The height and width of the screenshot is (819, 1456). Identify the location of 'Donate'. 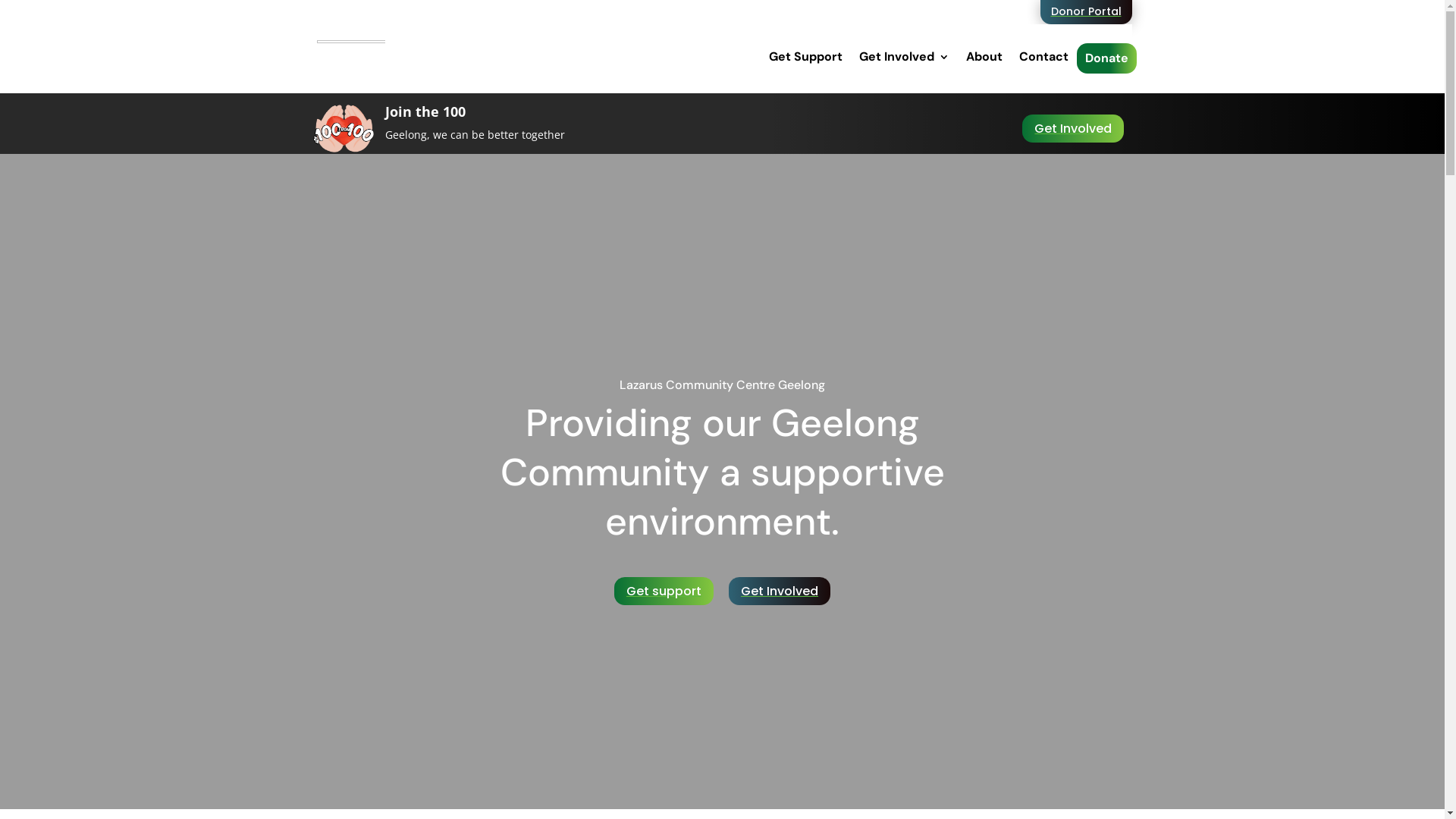
(1106, 58).